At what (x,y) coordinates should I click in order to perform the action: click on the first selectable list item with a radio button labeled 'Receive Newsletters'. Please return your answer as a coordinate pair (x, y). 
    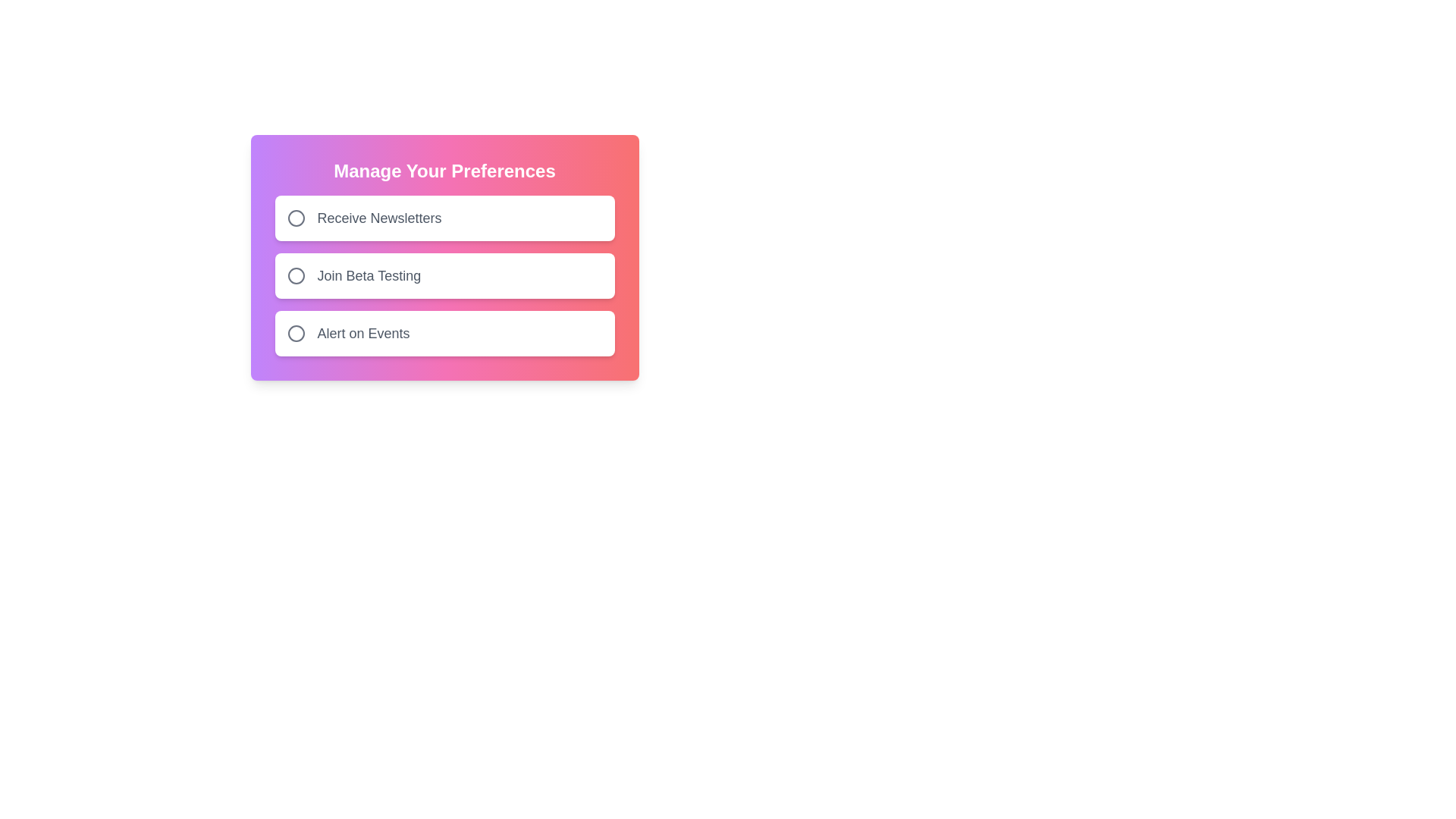
    Looking at the image, I should click on (444, 218).